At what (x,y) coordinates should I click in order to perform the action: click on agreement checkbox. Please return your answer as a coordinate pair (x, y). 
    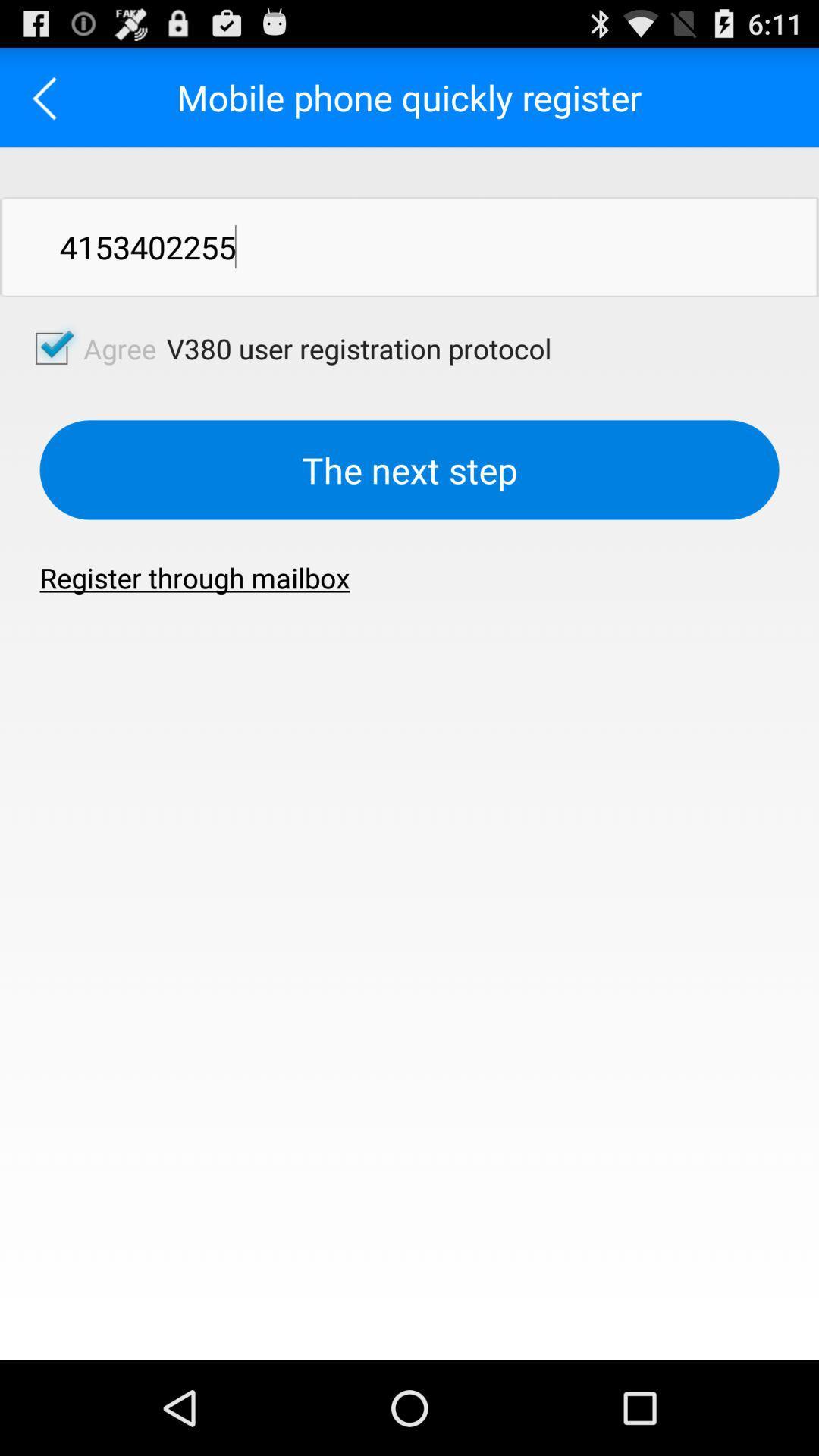
    Looking at the image, I should click on (51, 347).